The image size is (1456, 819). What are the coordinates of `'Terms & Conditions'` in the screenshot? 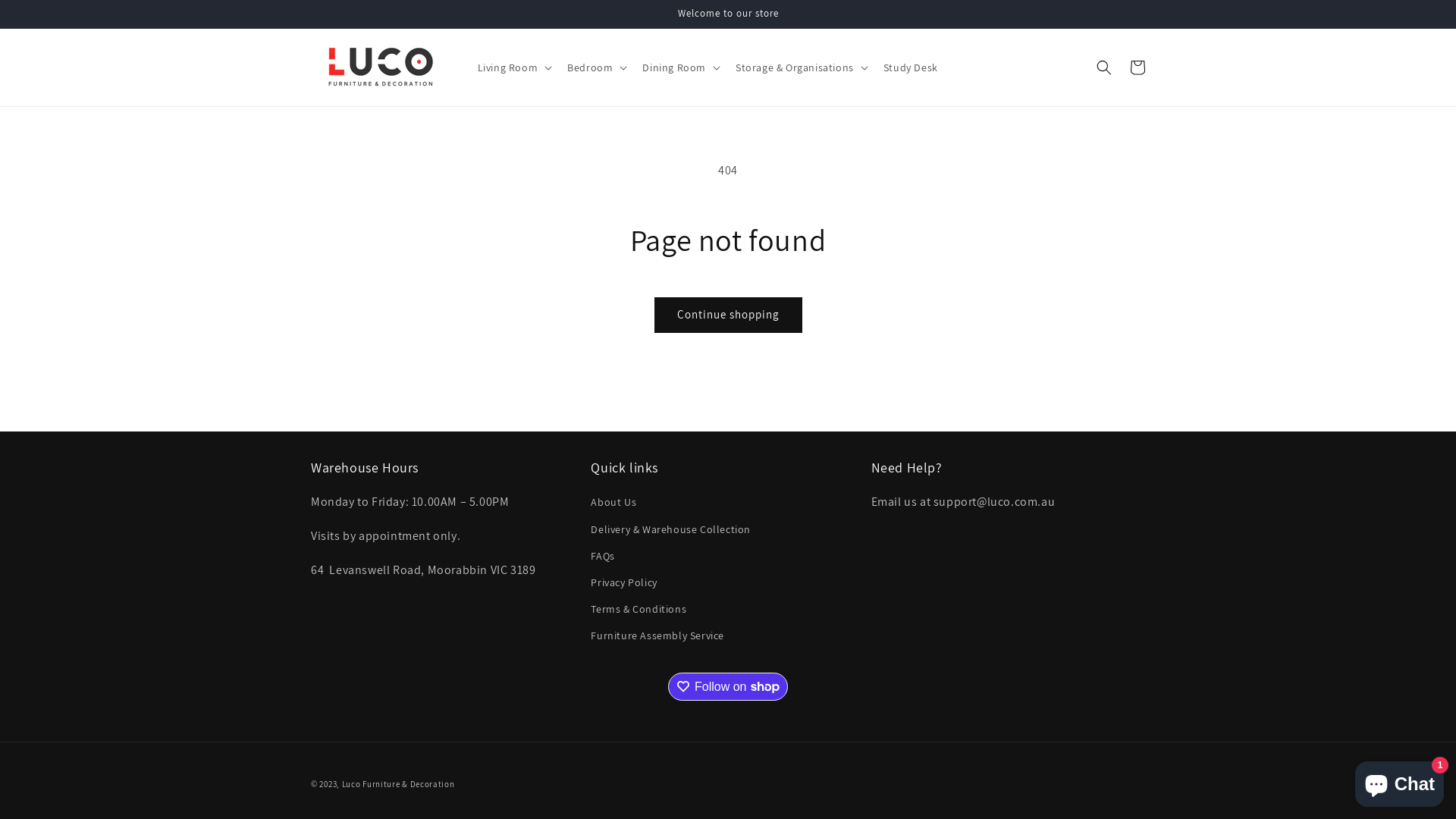 It's located at (638, 608).